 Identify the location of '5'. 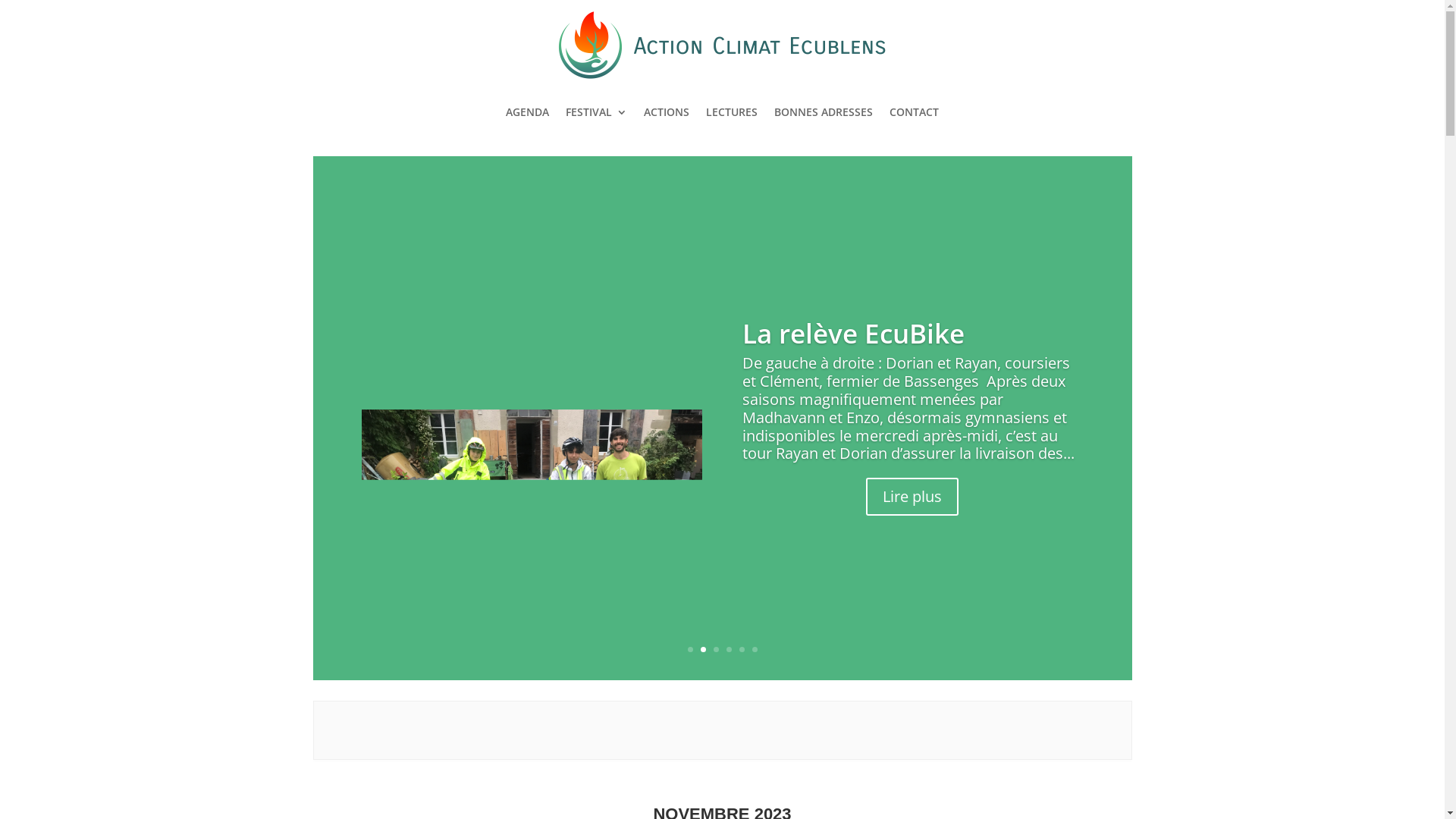
(741, 648).